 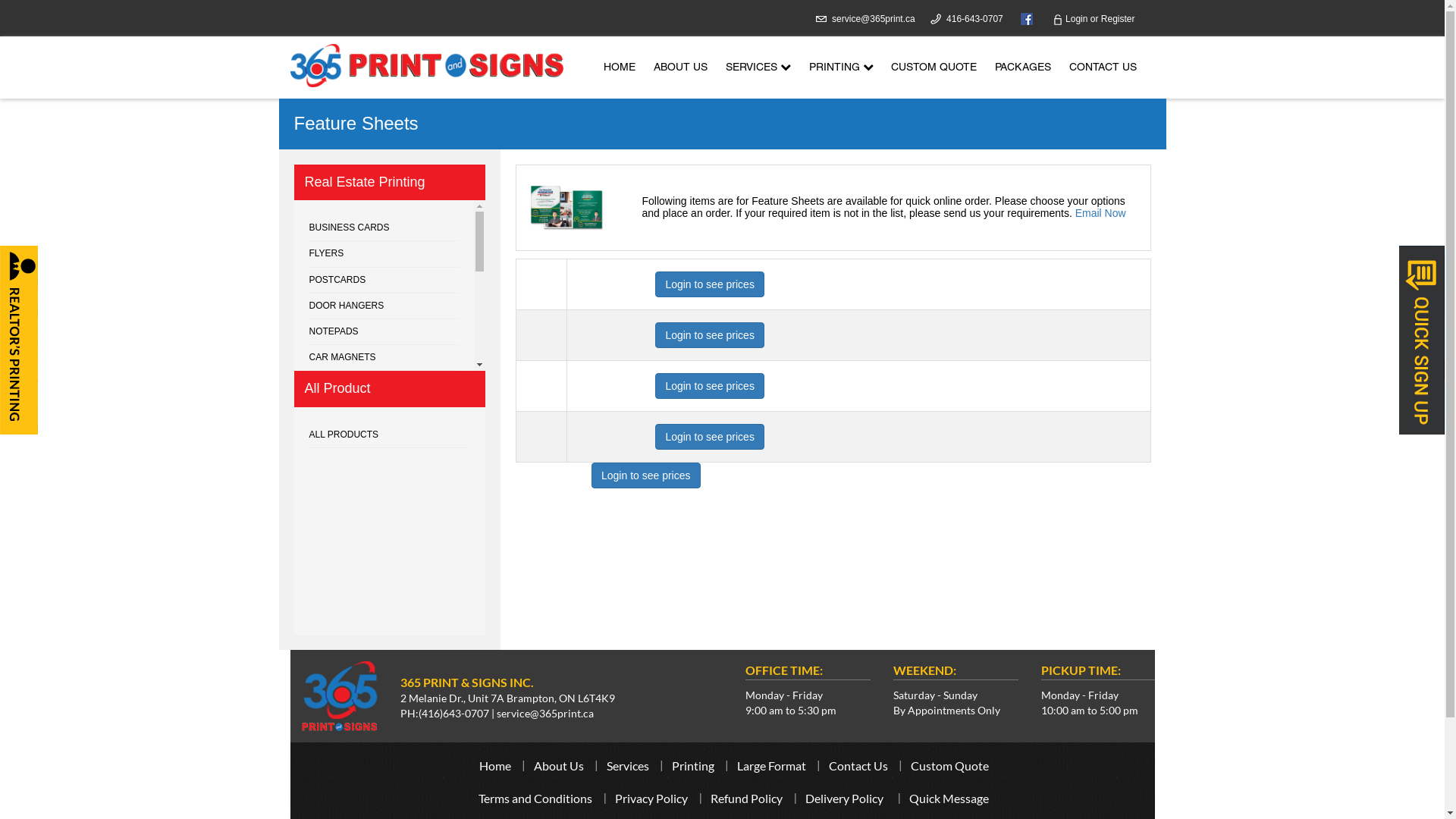 I want to click on 'LETTER HEADS', so click(x=309, y=435).